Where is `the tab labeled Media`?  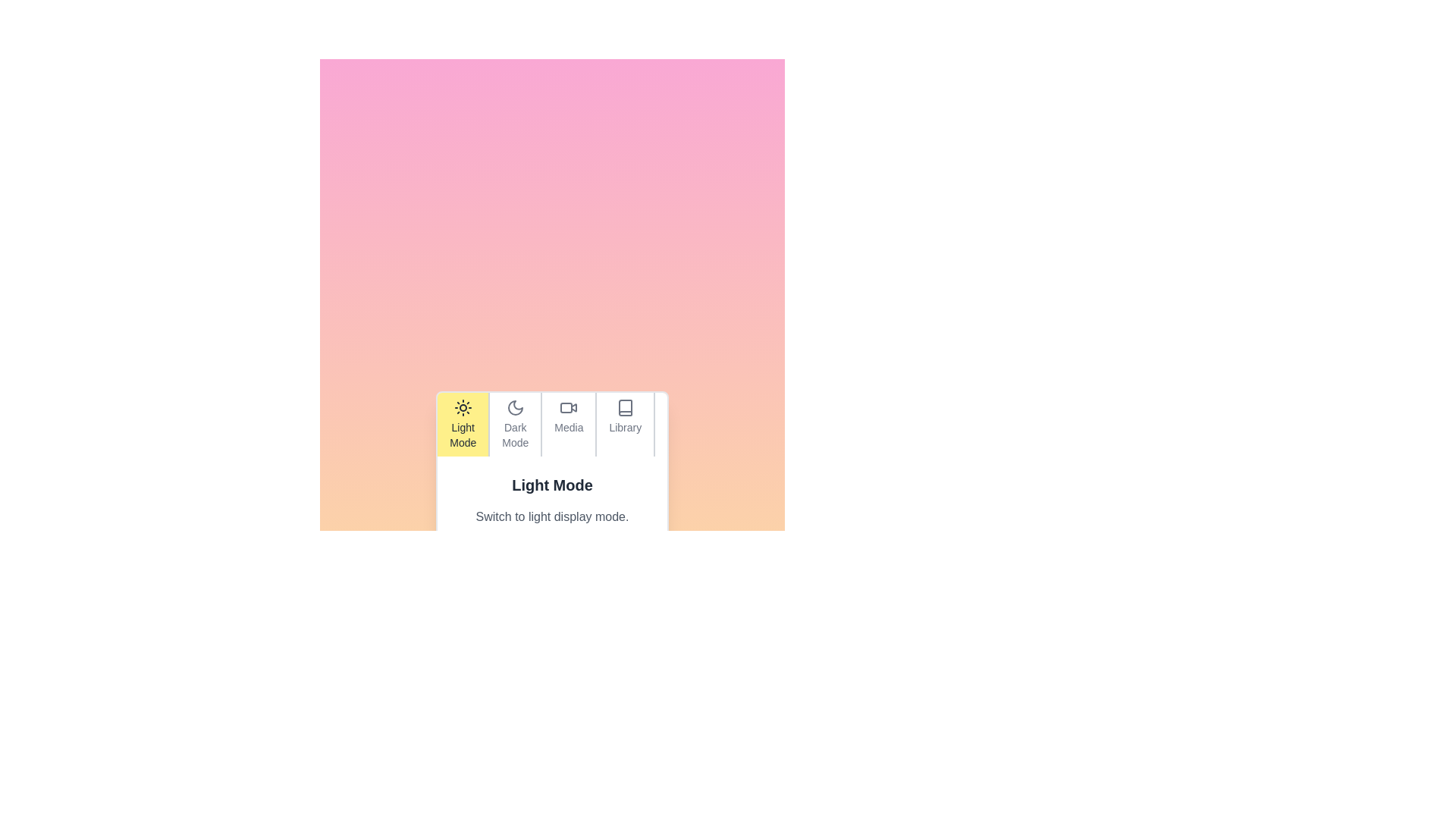
the tab labeled Media is located at coordinates (567, 424).